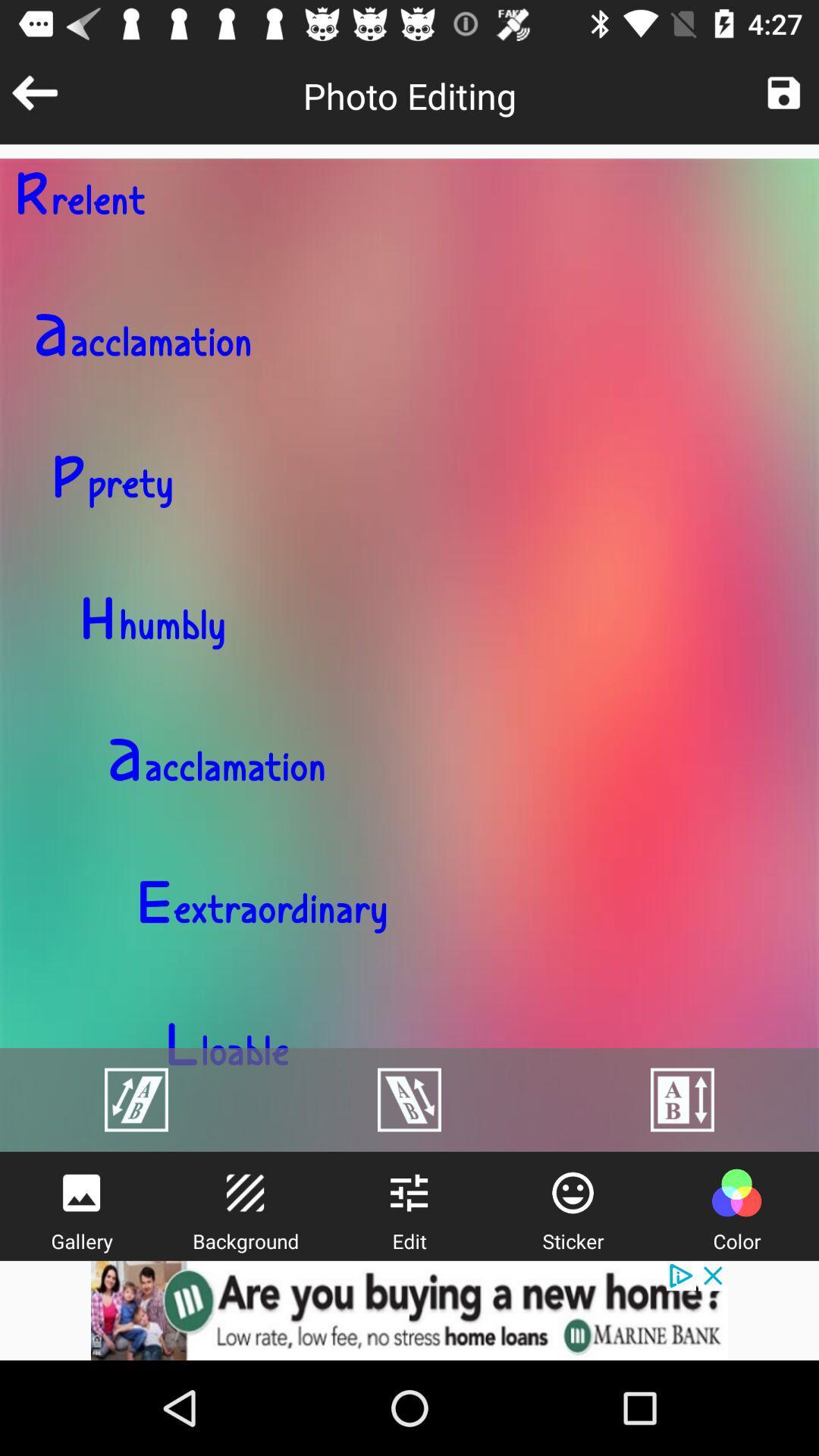 The width and height of the screenshot is (819, 1456). Describe the element at coordinates (81, 1192) in the screenshot. I see `the wallpaper icon` at that location.